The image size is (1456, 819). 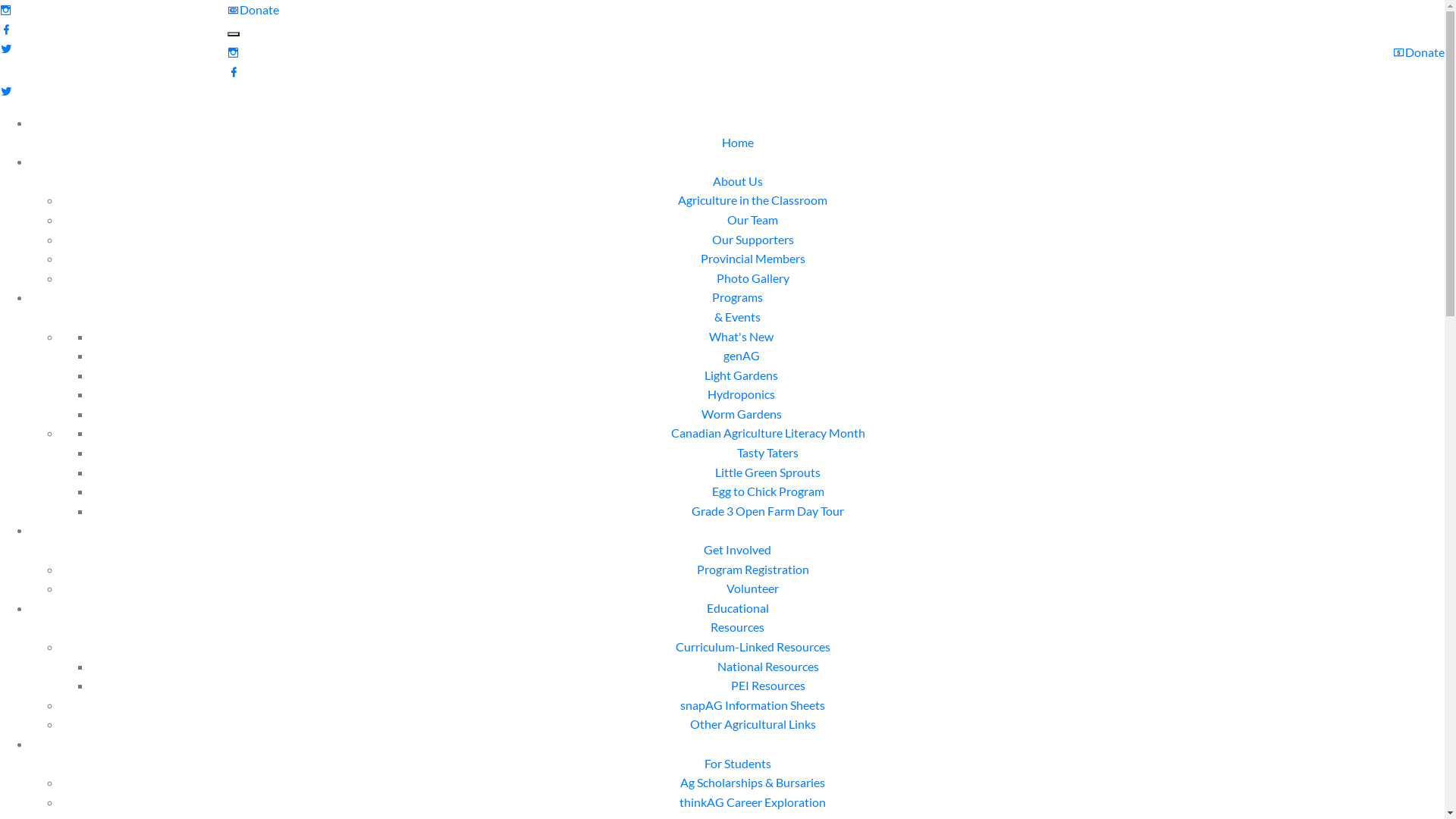 I want to click on 'Other Agricultural Links', so click(x=753, y=723).